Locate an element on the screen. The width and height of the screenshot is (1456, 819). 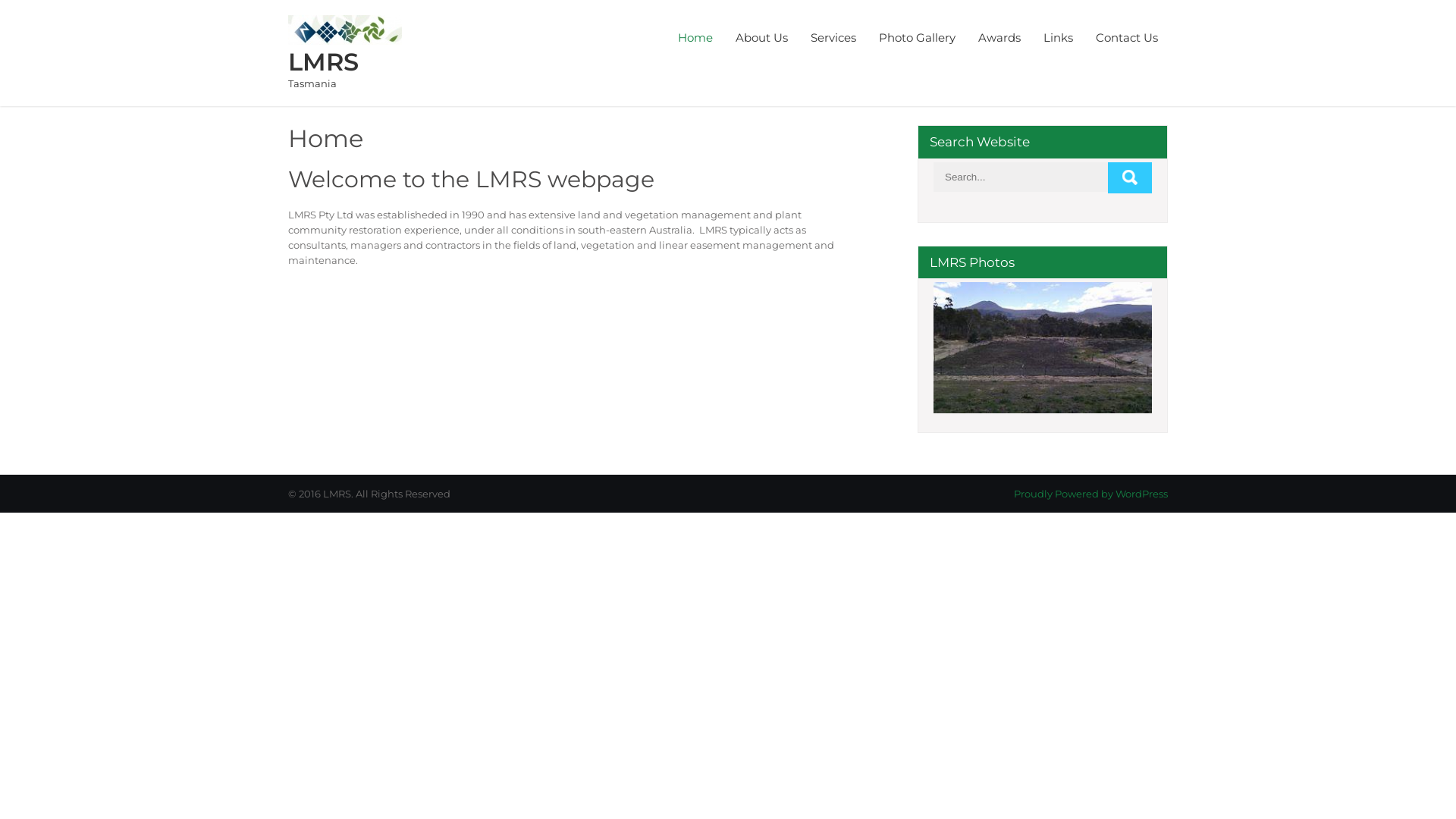
'Links' is located at coordinates (1057, 37).